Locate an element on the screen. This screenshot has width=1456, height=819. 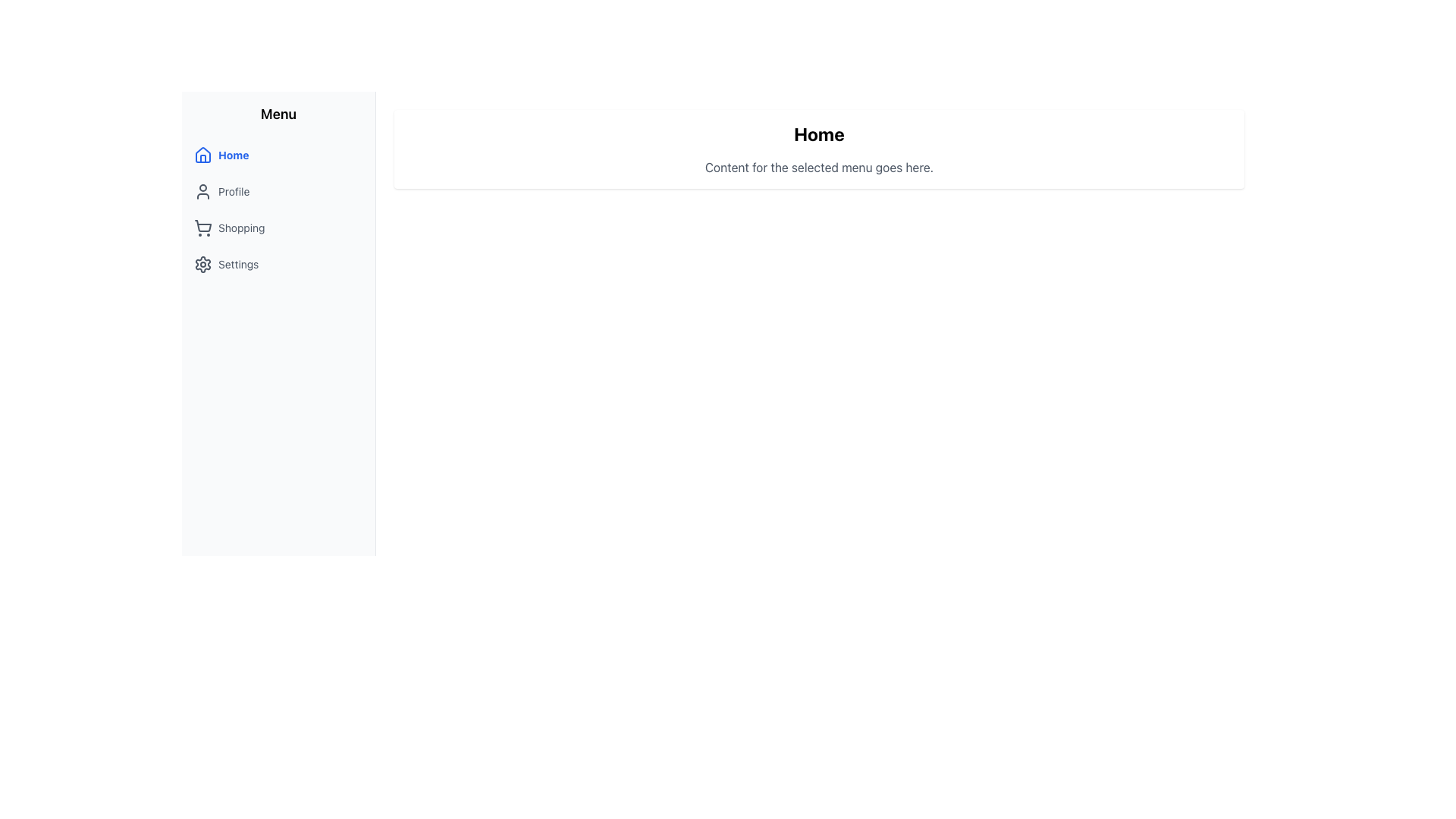
the 'Profile' navigation link in the sidebar is located at coordinates (278, 191).